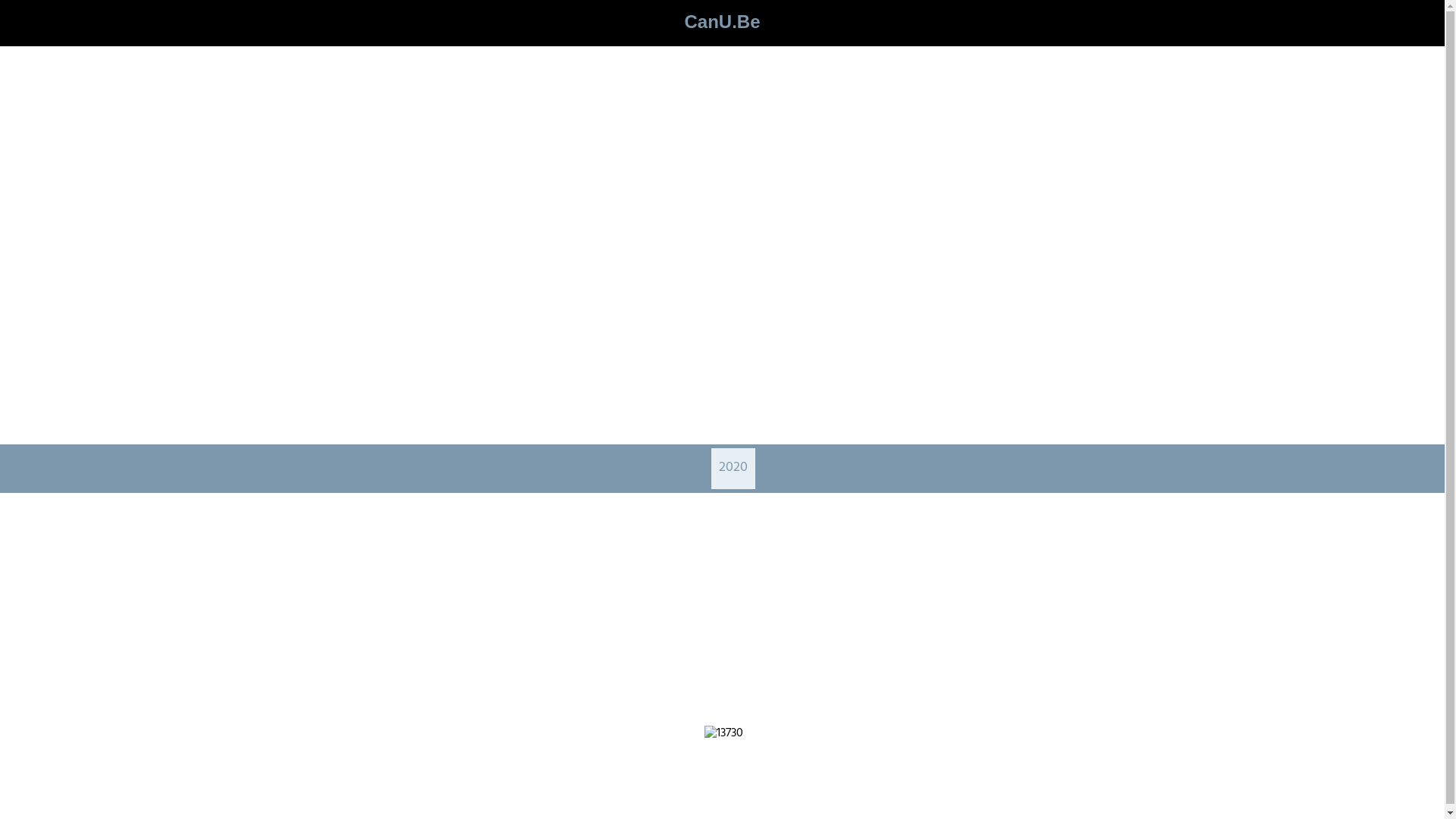 The height and width of the screenshot is (819, 1456). I want to click on '2020', so click(733, 467).